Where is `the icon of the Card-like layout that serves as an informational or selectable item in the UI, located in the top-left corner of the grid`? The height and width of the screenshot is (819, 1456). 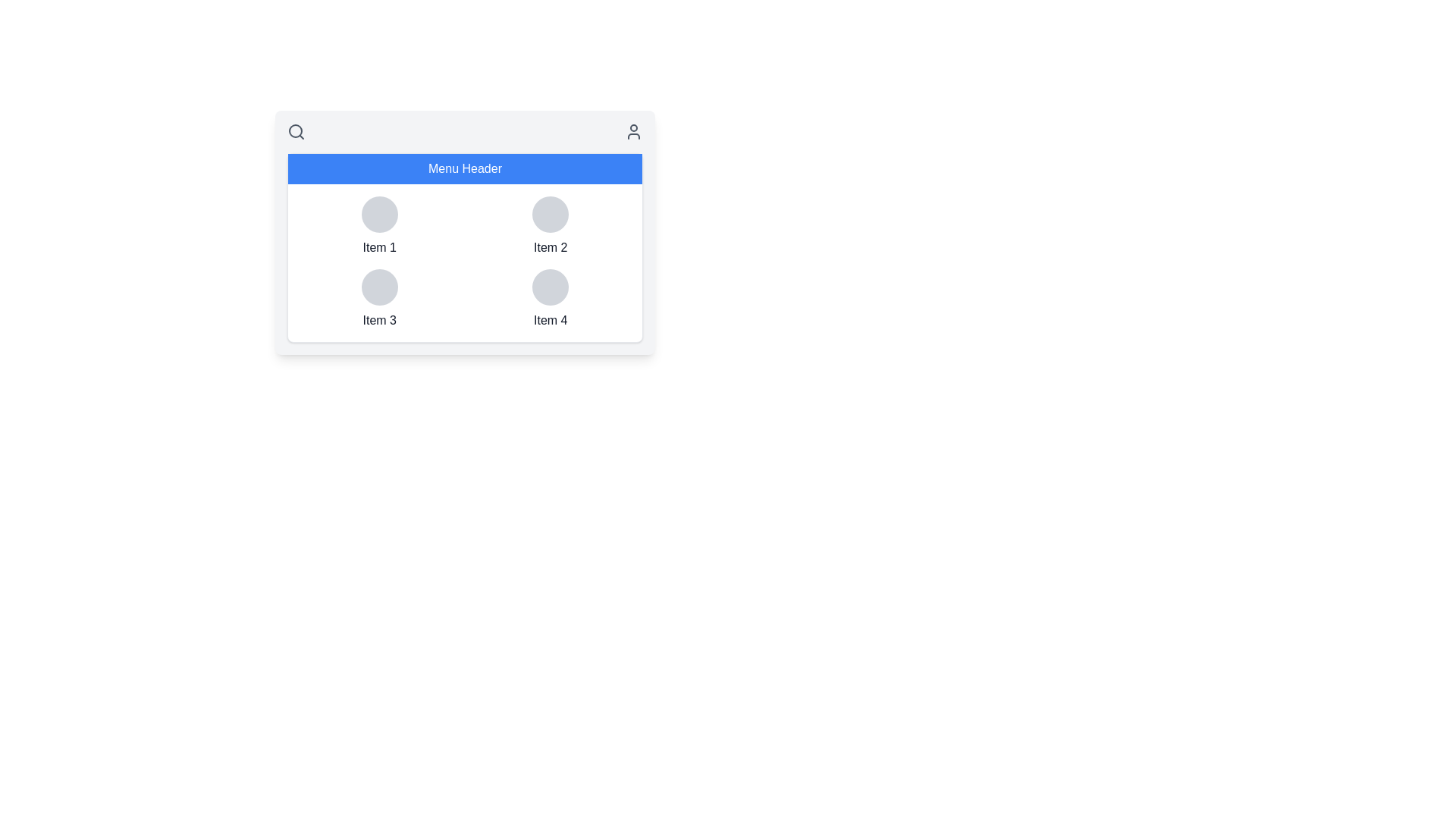
the icon of the Card-like layout that serves as an informational or selectable item in the UI, located in the top-left corner of the grid is located at coordinates (379, 227).